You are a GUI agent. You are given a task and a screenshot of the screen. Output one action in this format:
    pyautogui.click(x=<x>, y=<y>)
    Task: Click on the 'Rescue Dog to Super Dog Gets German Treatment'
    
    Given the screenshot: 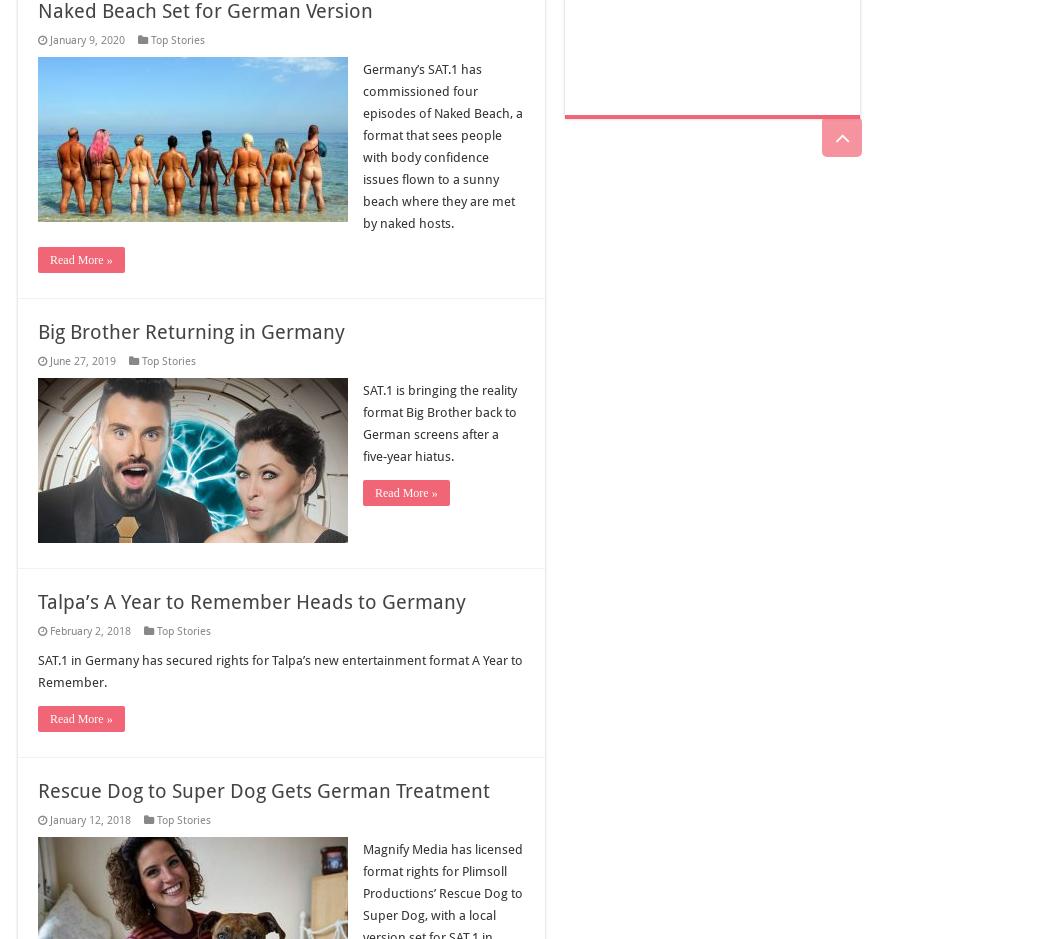 What is the action you would take?
    pyautogui.click(x=262, y=790)
    